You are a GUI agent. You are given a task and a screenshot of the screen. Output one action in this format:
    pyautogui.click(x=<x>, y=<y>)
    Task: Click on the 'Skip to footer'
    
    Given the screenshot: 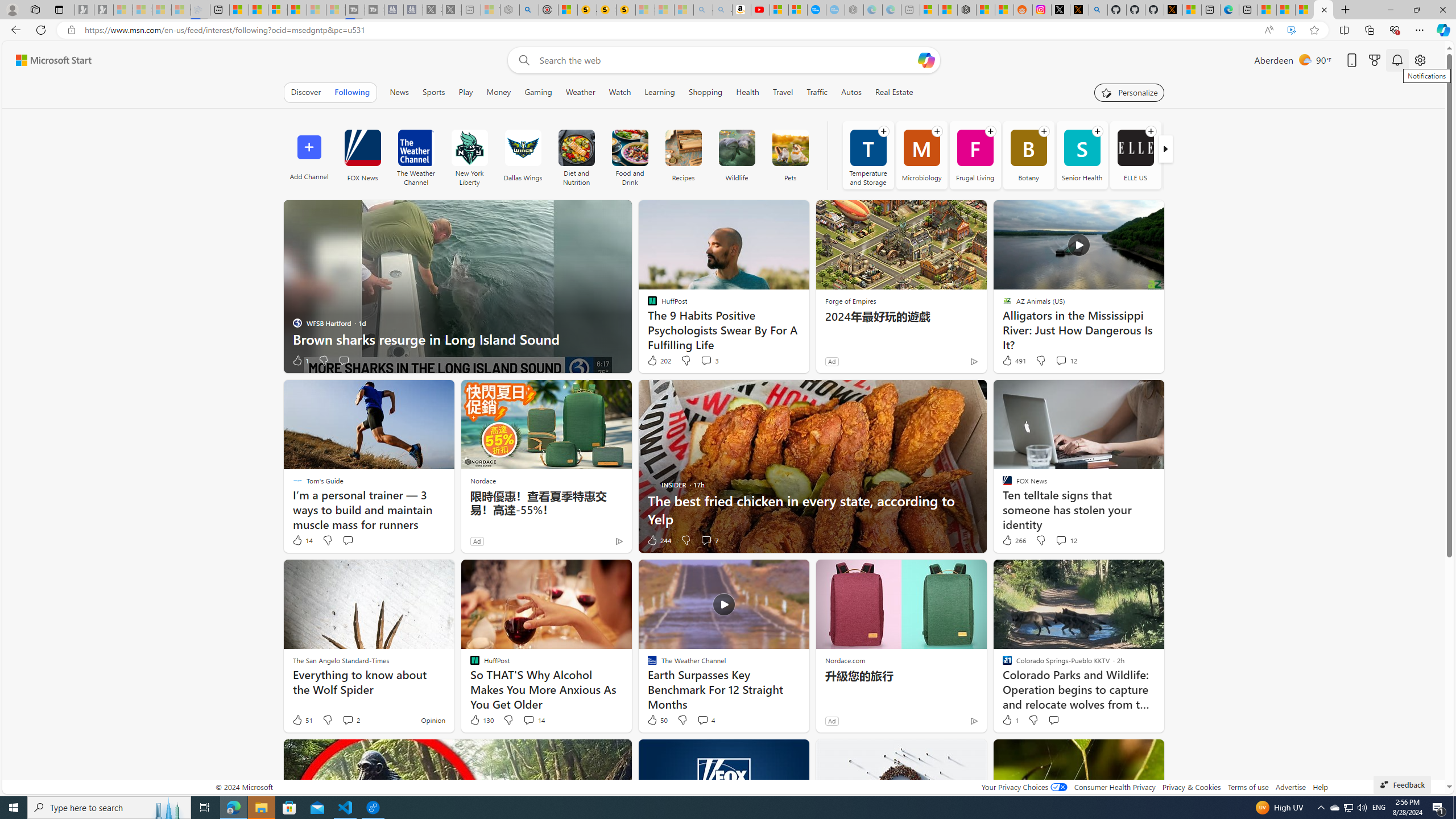 What is the action you would take?
    pyautogui.click(x=46, y=59)
    